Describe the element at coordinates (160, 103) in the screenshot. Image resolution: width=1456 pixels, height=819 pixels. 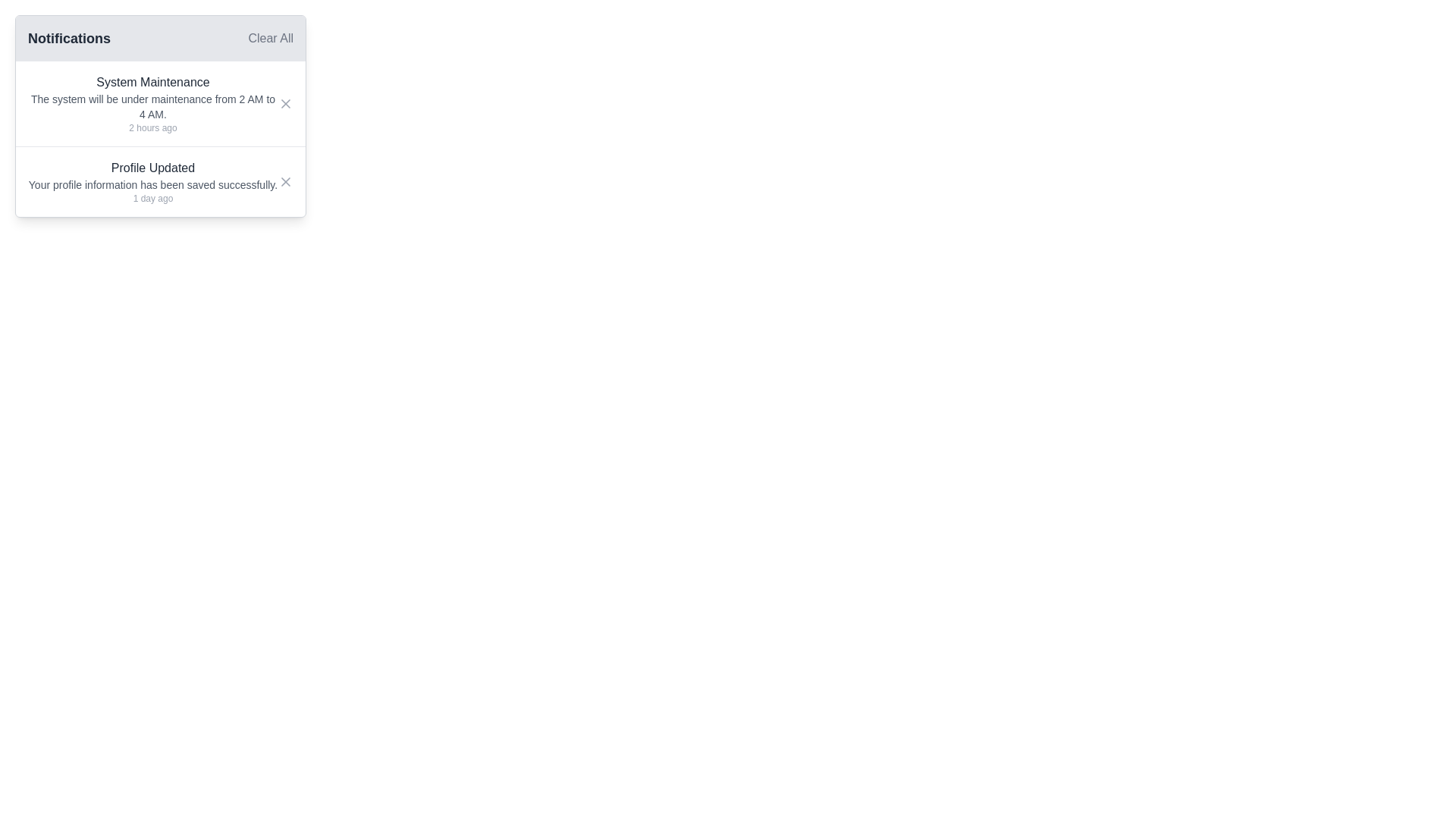
I see `the notification displayed in the Notification Block that informs about scheduled system maintenance` at that location.